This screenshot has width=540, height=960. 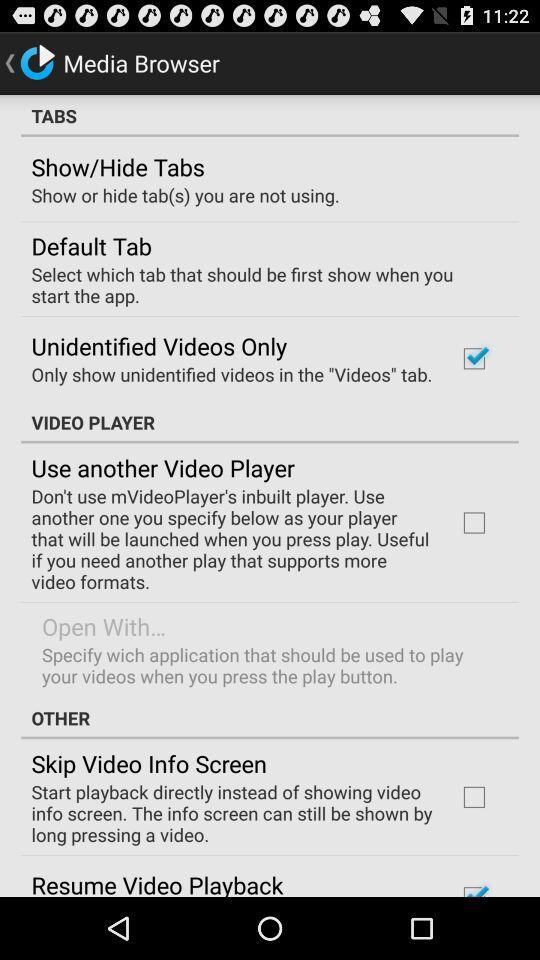 What do you see at coordinates (270, 718) in the screenshot?
I see `the icon below specify wich application` at bounding box center [270, 718].